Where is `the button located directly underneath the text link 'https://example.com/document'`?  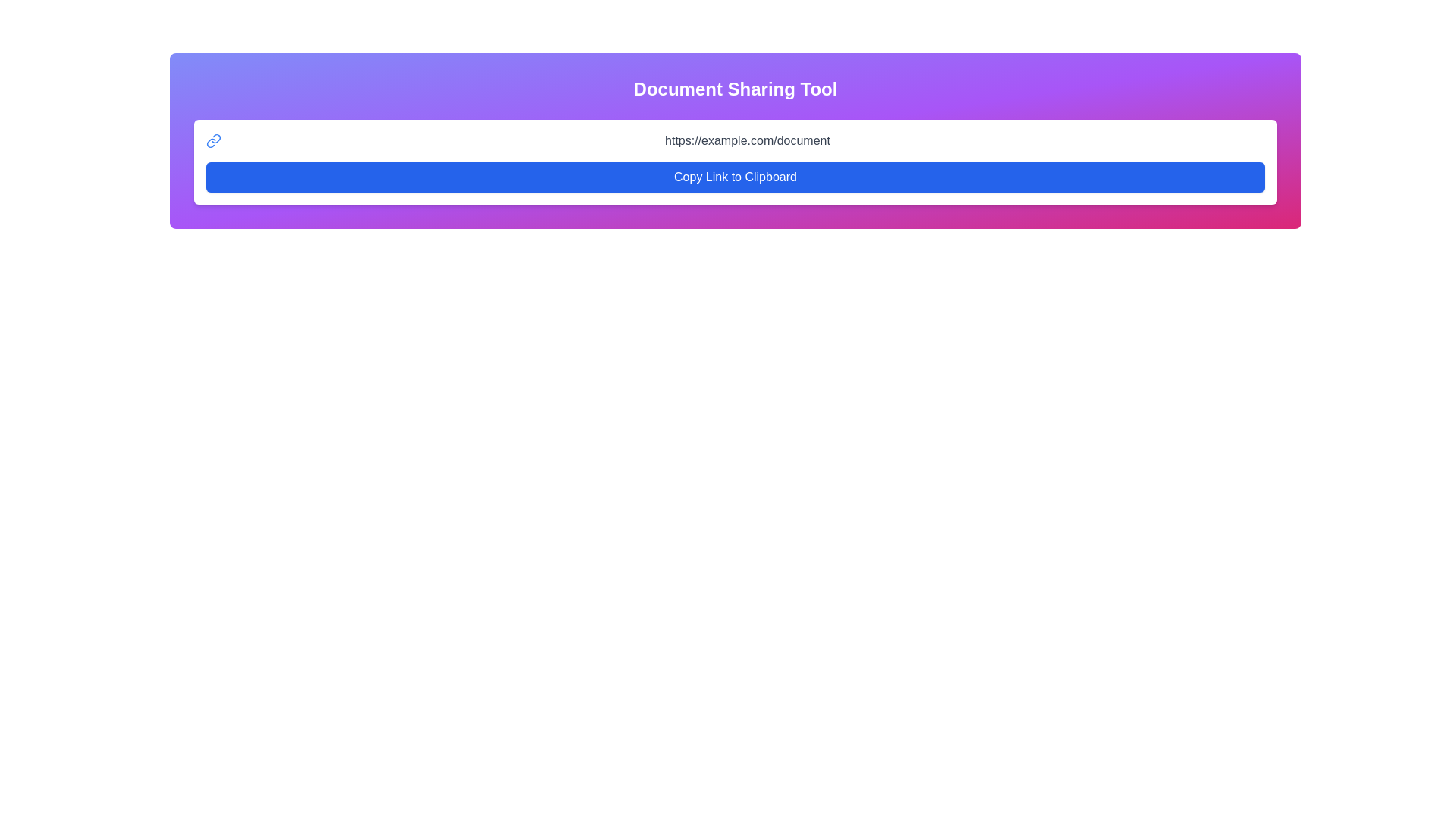 the button located directly underneath the text link 'https://example.com/document' is located at coordinates (735, 177).